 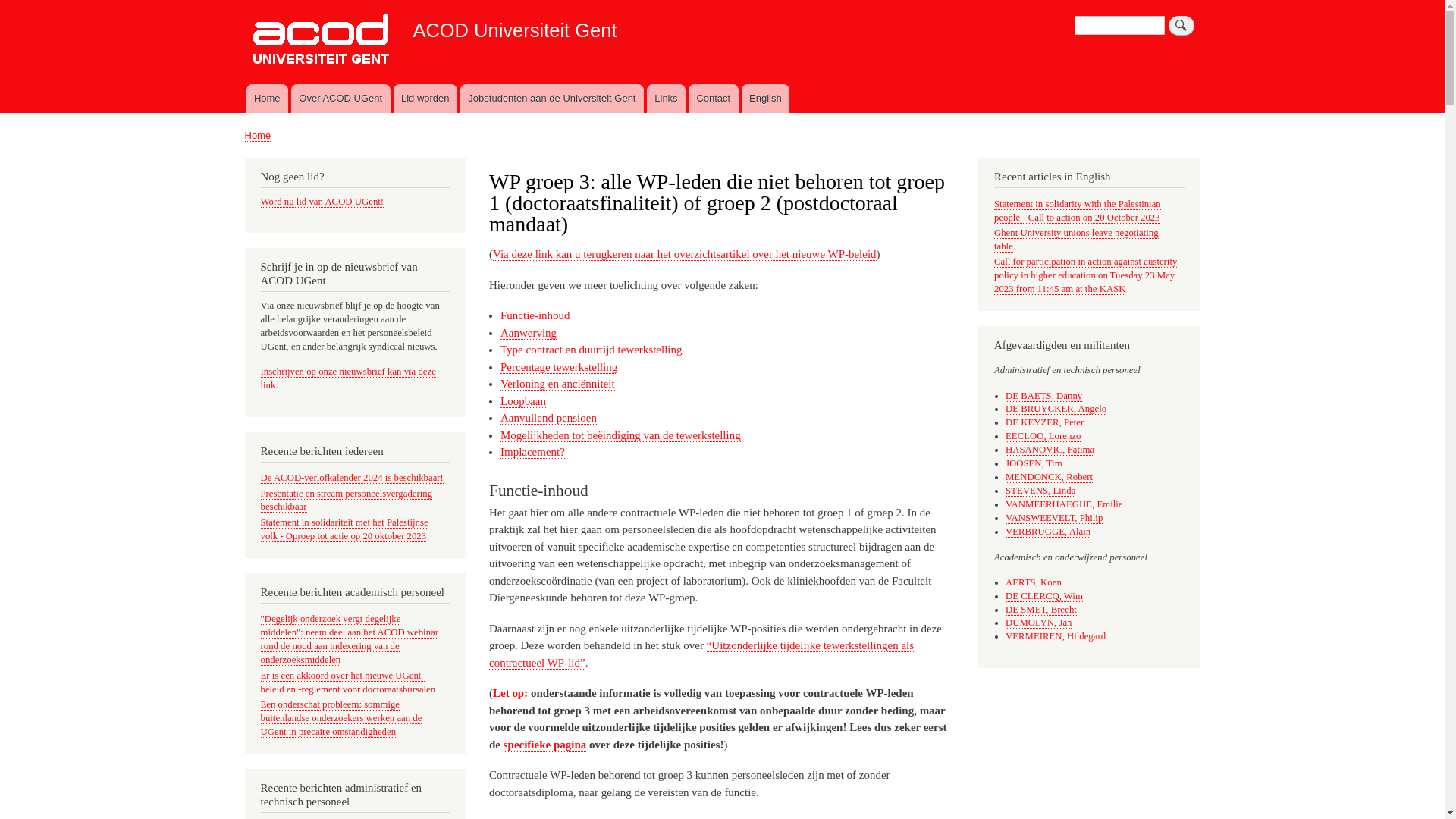 I want to click on 'Ghent University unions leave negotiating table', so click(x=1075, y=239).